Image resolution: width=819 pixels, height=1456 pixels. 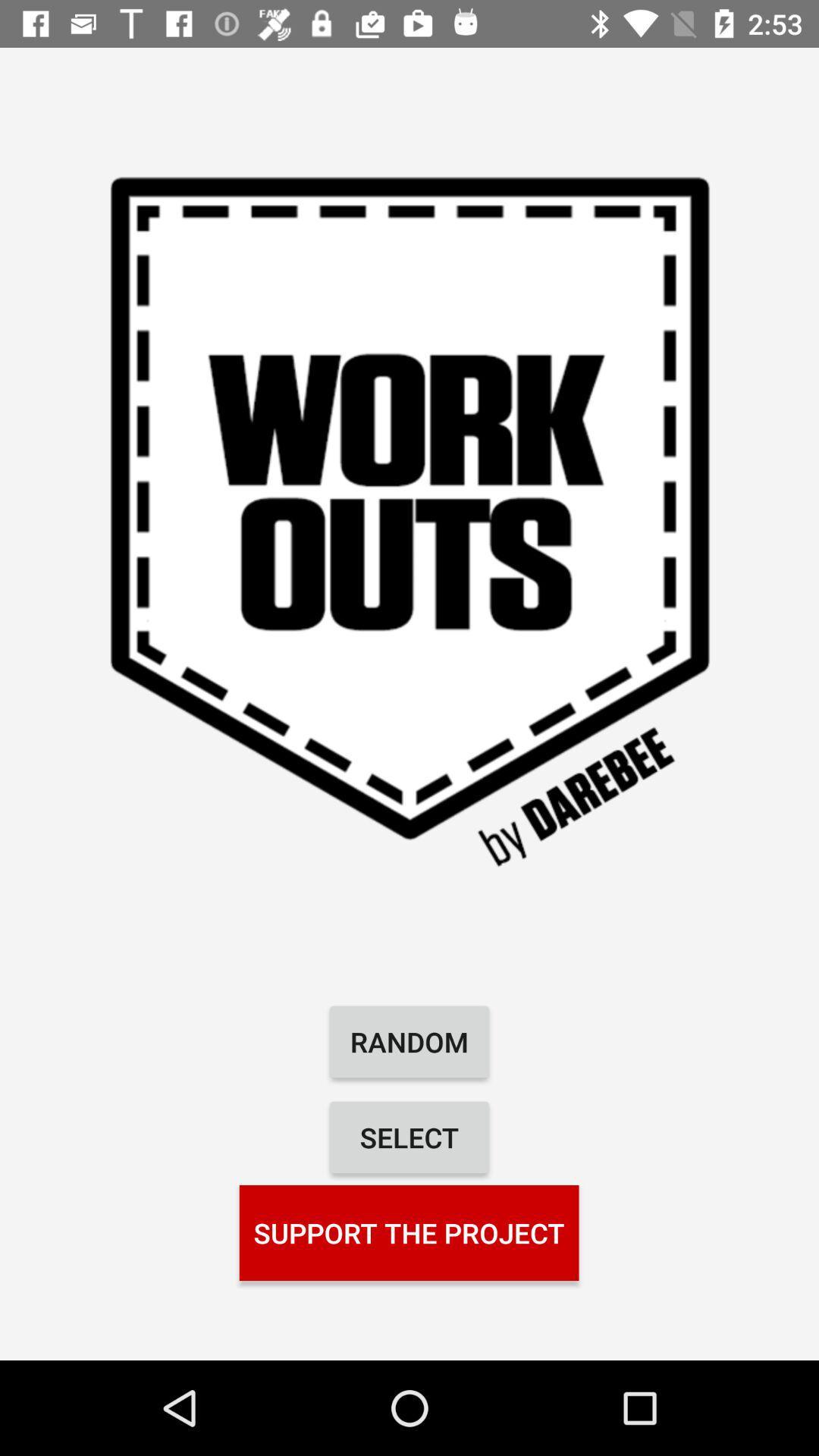 What do you see at coordinates (408, 1233) in the screenshot?
I see `icon below the select icon` at bounding box center [408, 1233].